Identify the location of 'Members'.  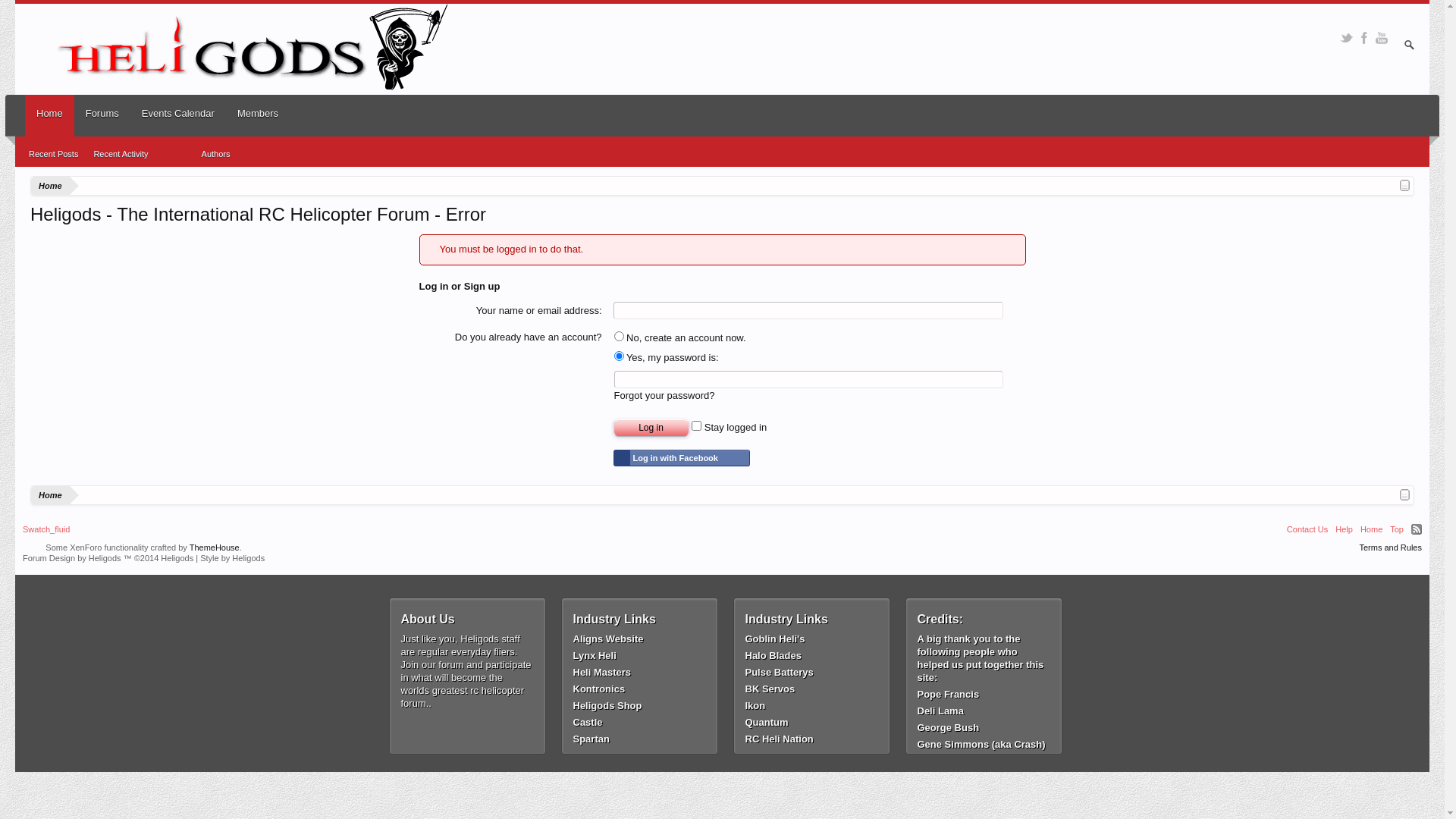
(258, 113).